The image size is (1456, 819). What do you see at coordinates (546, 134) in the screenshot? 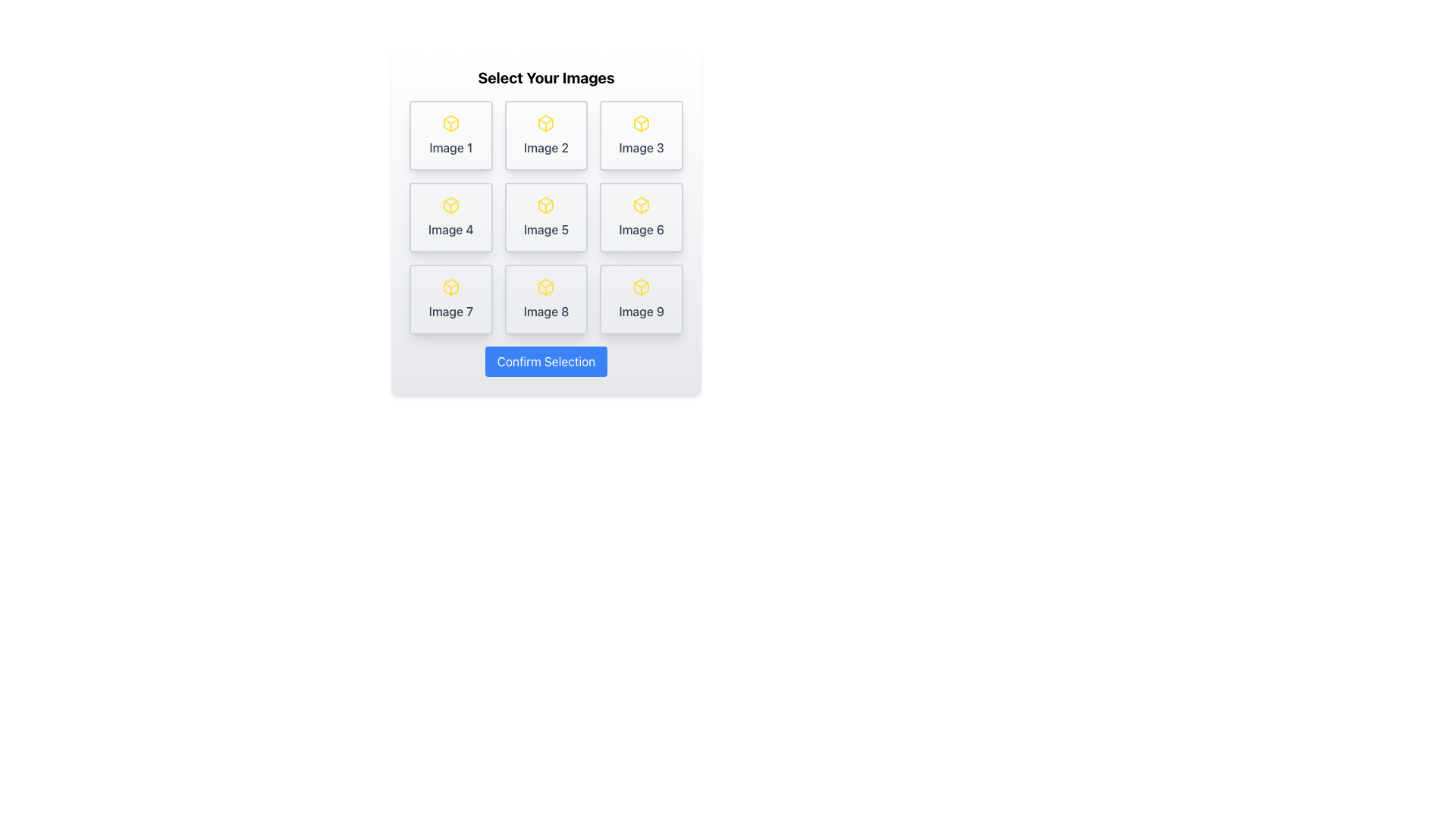
I see `the clickable card or tile with a yellow outlined cube icon and the text 'Image 2' in the middle row, first column of a 3x3 grid arrangement` at bounding box center [546, 134].